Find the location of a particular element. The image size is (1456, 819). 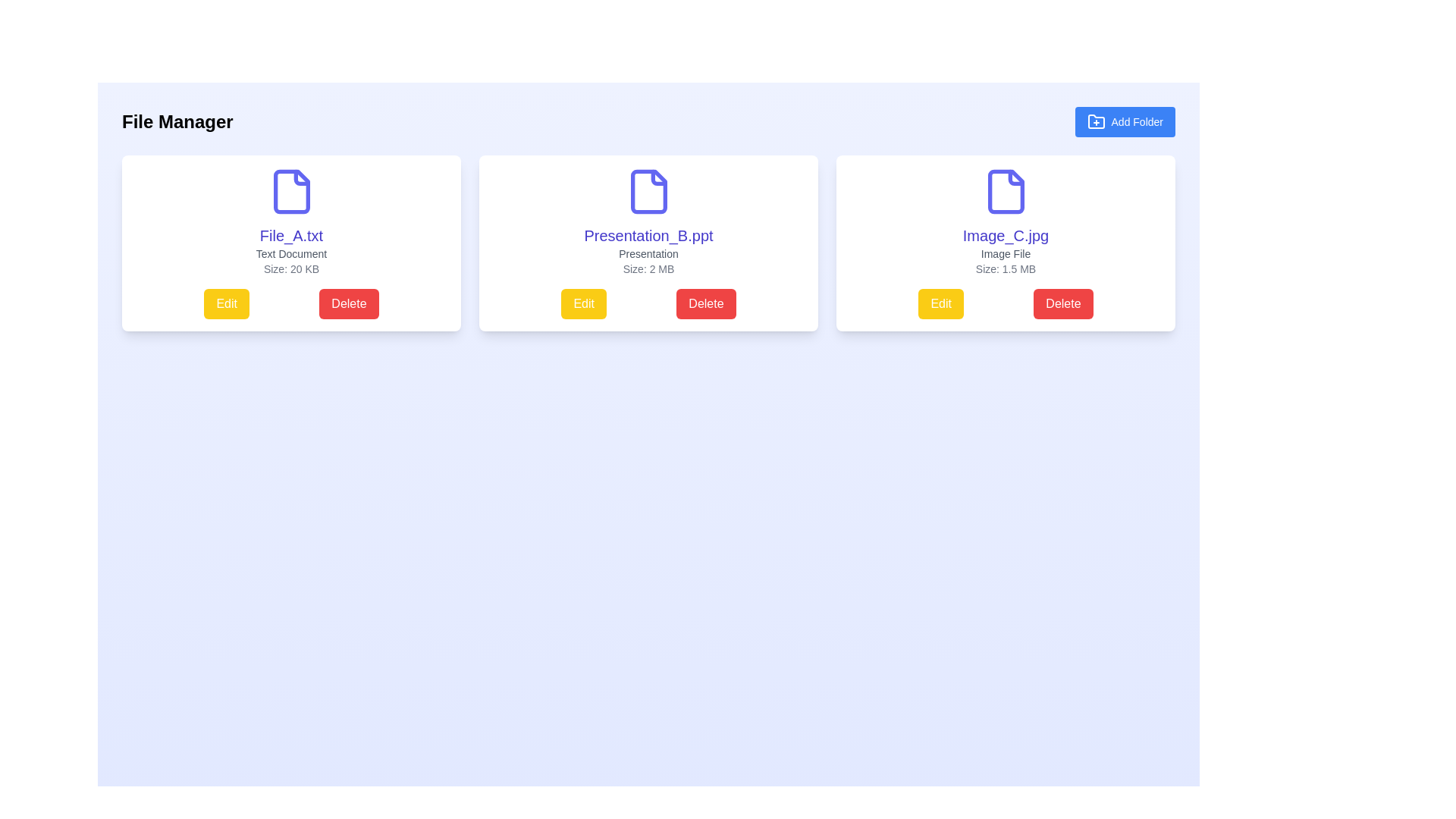

the delete button located below the card labeled 'Presentation_B.ppt' in the second column of the grid layout is located at coordinates (705, 304).